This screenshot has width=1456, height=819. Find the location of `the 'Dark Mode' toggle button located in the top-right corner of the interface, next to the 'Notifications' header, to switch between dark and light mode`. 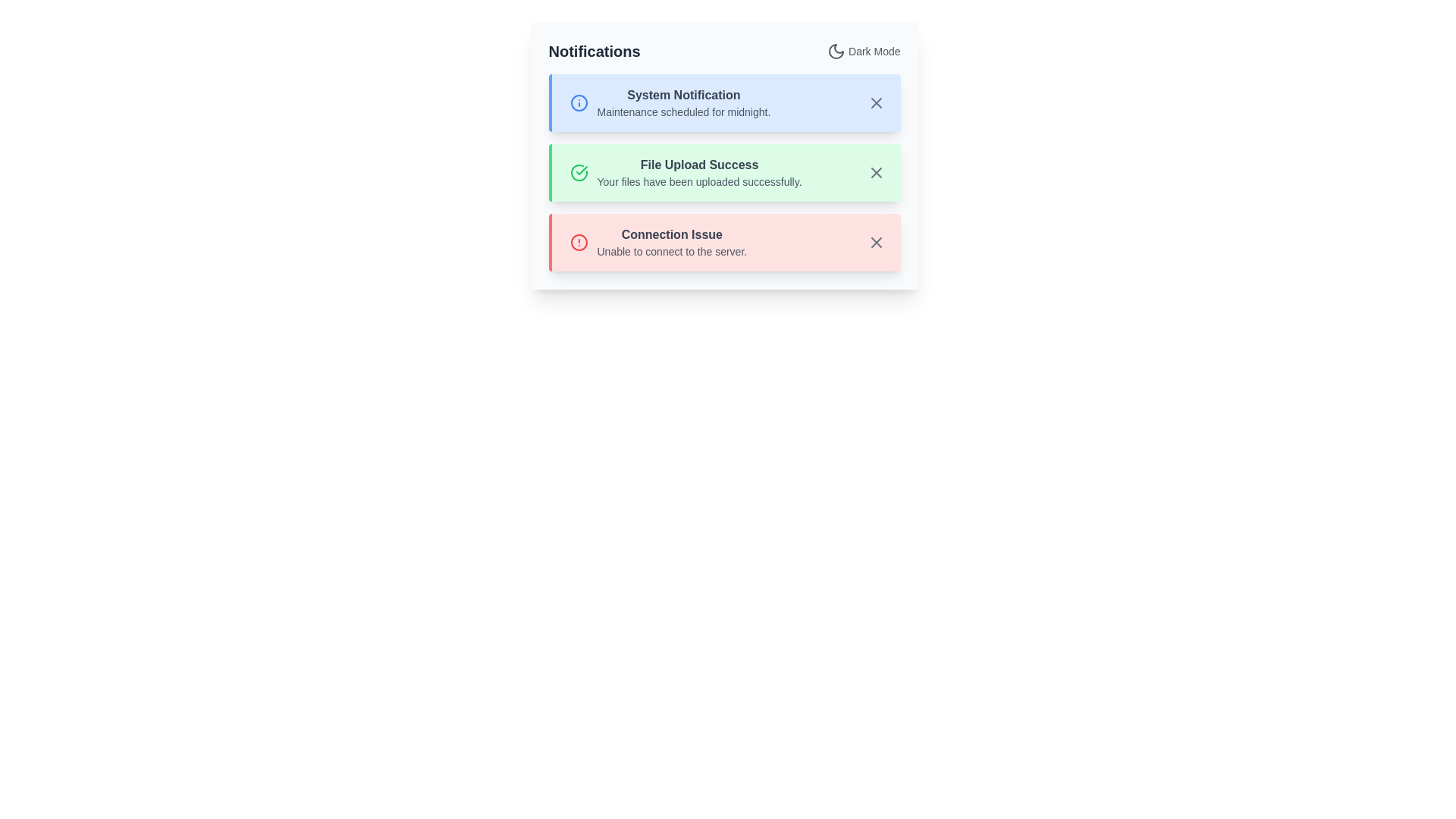

the 'Dark Mode' toggle button located in the top-right corner of the interface, next to the 'Notifications' header, to switch between dark and light mode is located at coordinates (864, 51).